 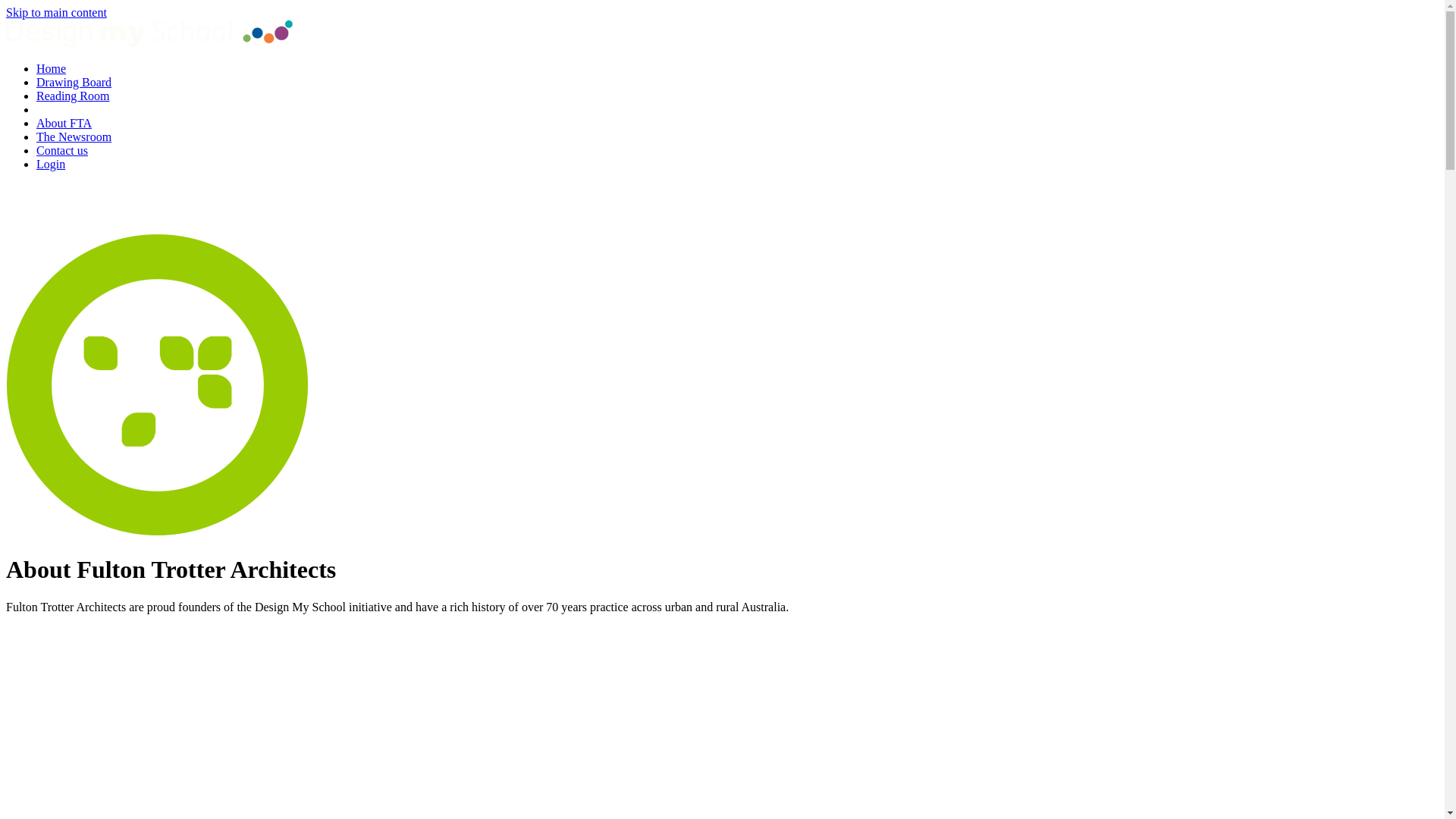 What do you see at coordinates (73, 82) in the screenshot?
I see `'Drawing Board'` at bounding box center [73, 82].